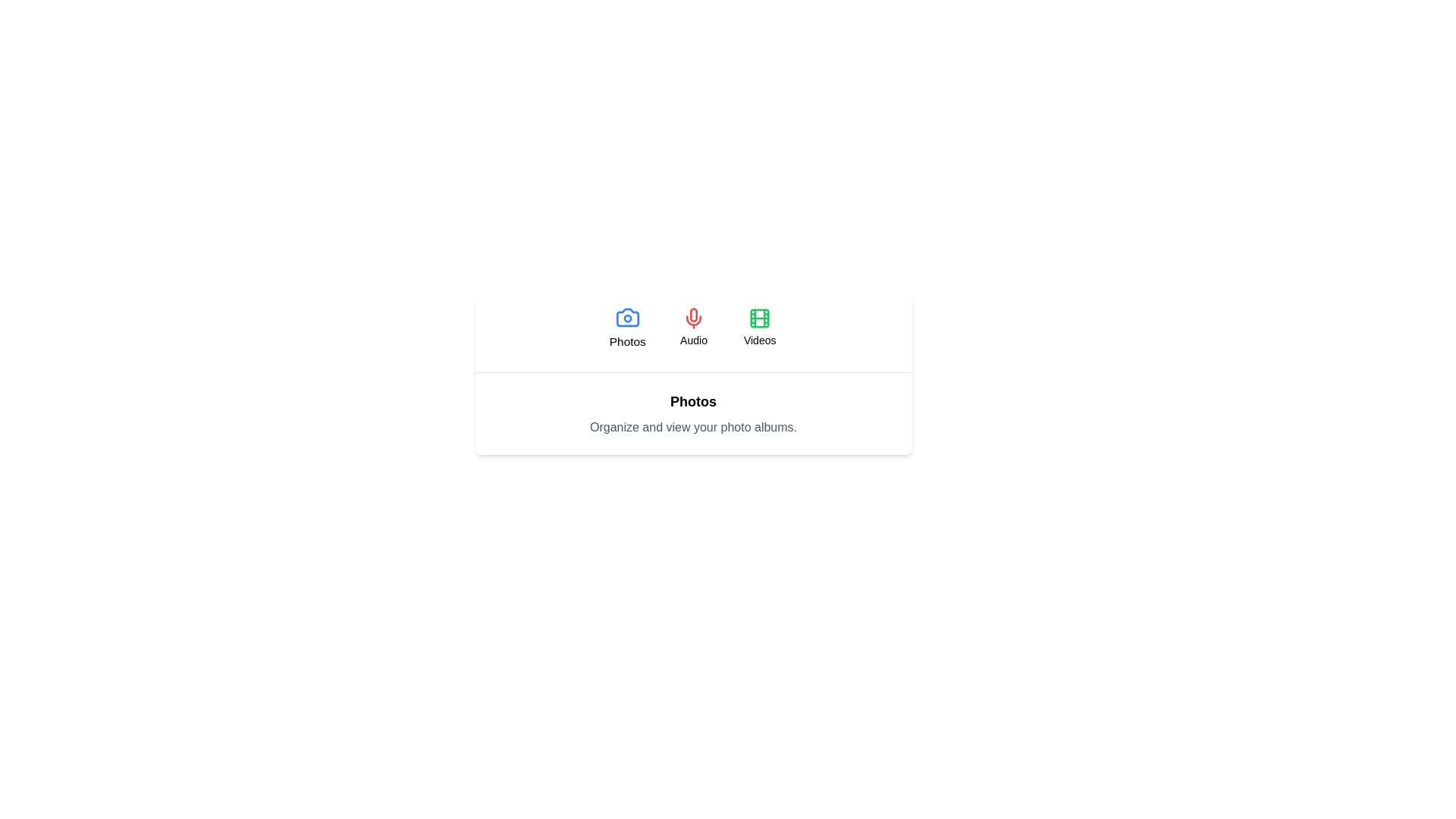  Describe the element at coordinates (760, 327) in the screenshot. I see `the Videos tab button to activate it` at that location.